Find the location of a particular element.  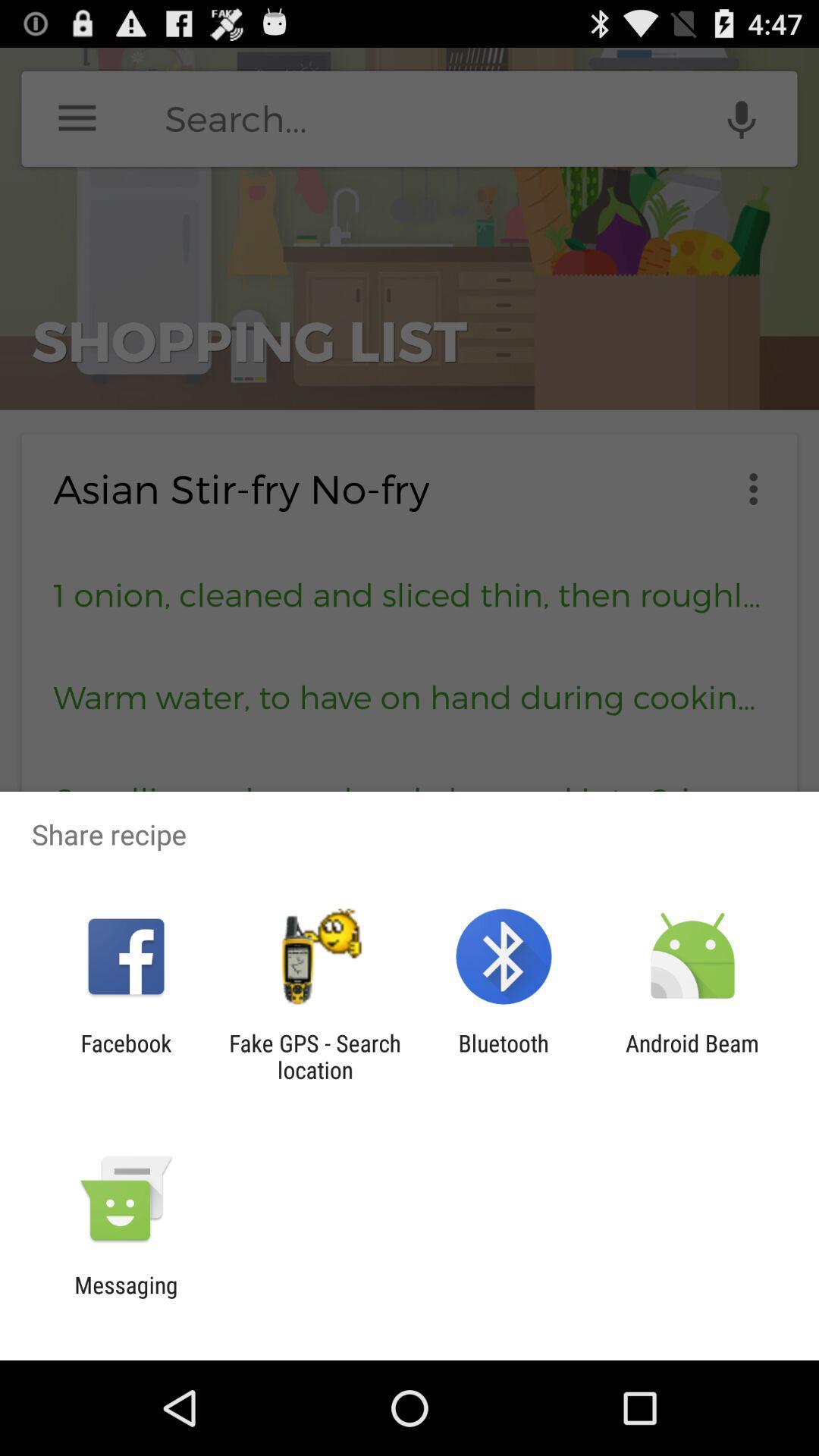

item next to fake gps search item is located at coordinates (125, 1056).